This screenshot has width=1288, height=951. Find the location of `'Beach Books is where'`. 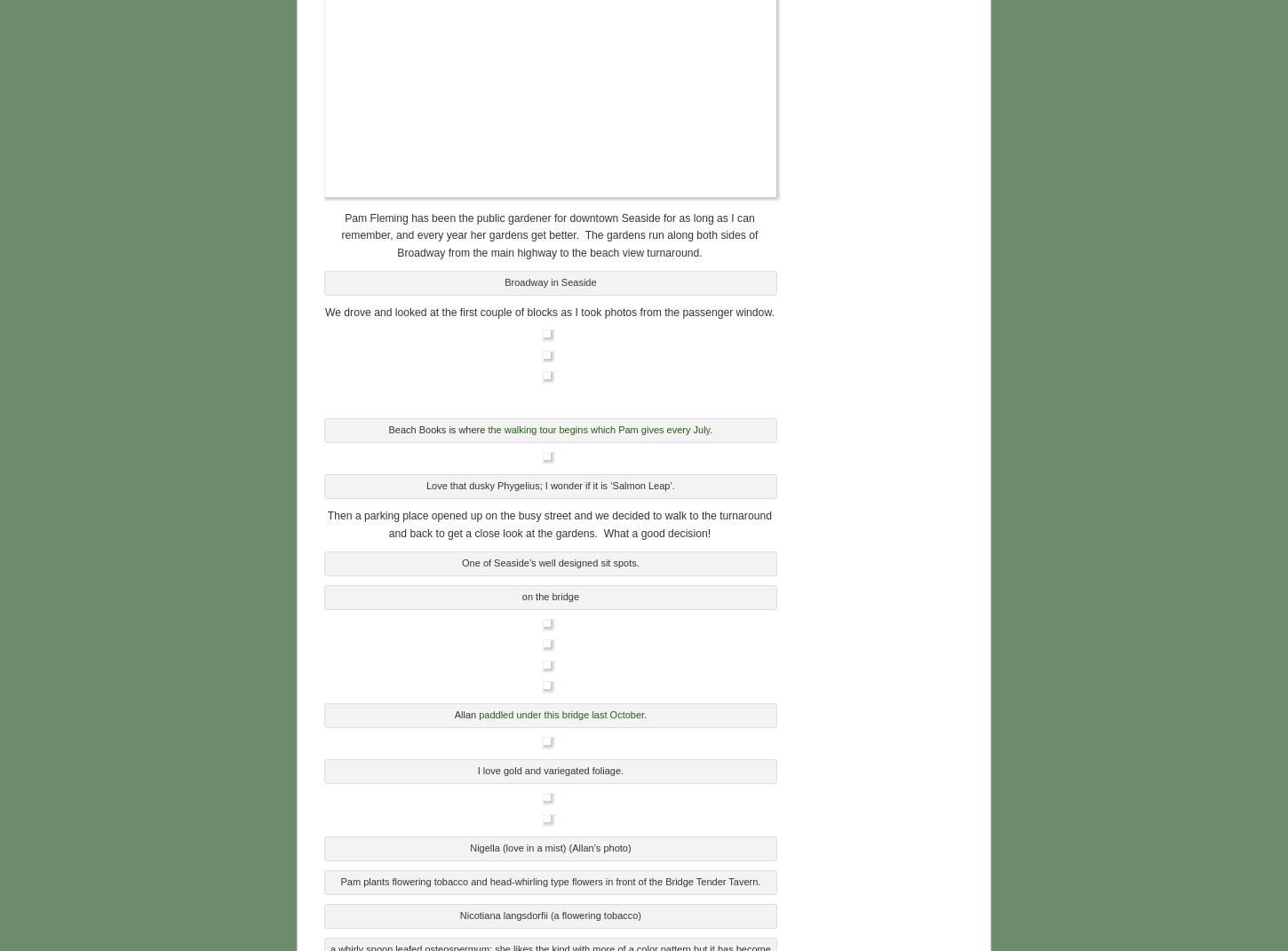

'Beach Books is where' is located at coordinates (438, 426).